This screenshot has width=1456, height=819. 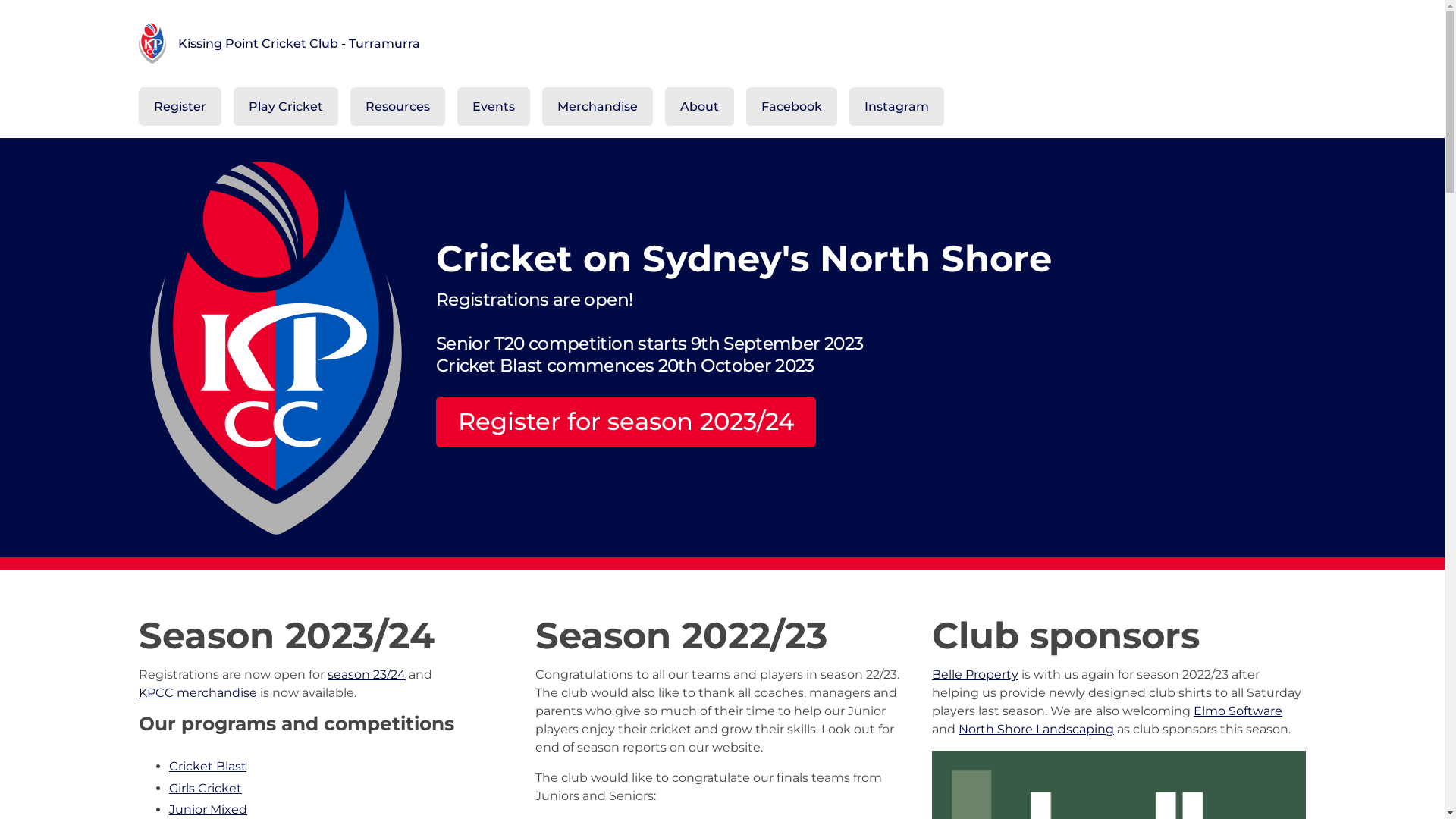 I want to click on 'Girls Cricket', so click(x=203, y=786).